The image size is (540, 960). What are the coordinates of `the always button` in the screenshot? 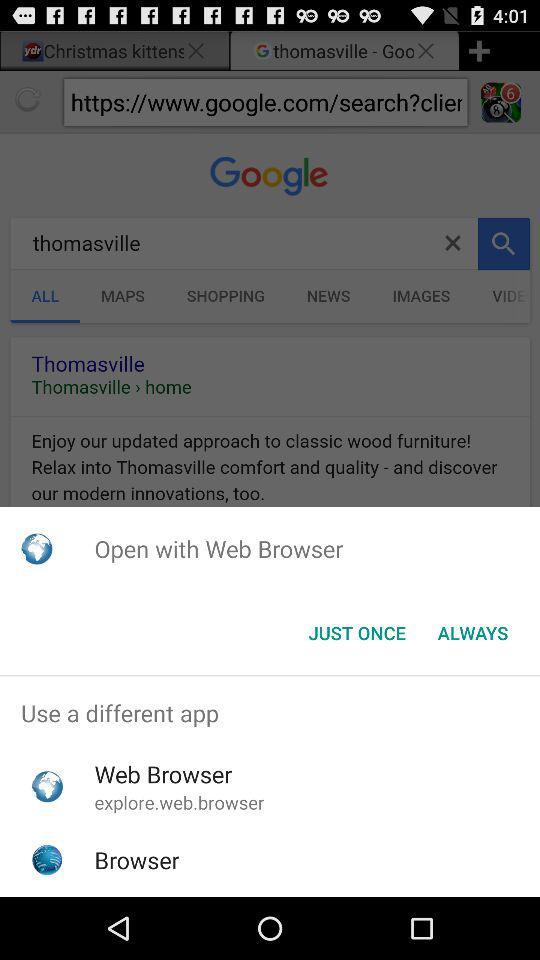 It's located at (472, 632).